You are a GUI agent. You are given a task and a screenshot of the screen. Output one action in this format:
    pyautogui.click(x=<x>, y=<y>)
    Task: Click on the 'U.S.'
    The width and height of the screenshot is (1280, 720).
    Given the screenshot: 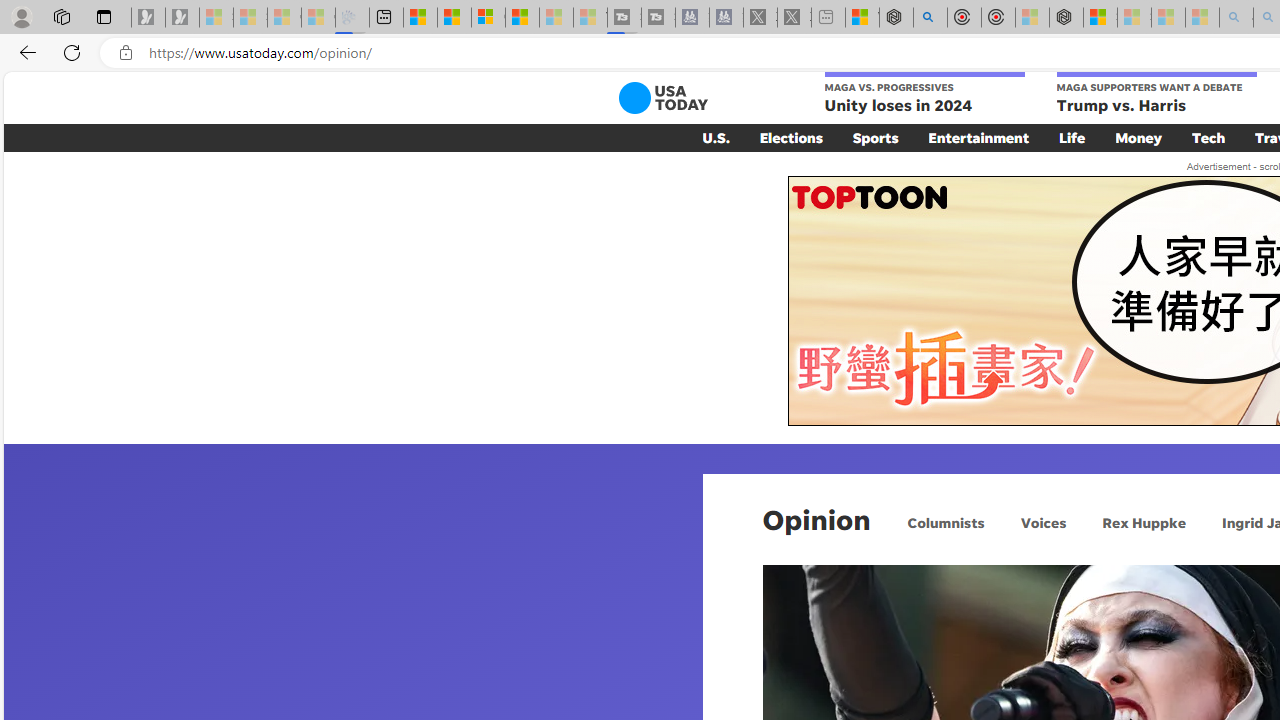 What is the action you would take?
    pyautogui.click(x=716, y=136)
    